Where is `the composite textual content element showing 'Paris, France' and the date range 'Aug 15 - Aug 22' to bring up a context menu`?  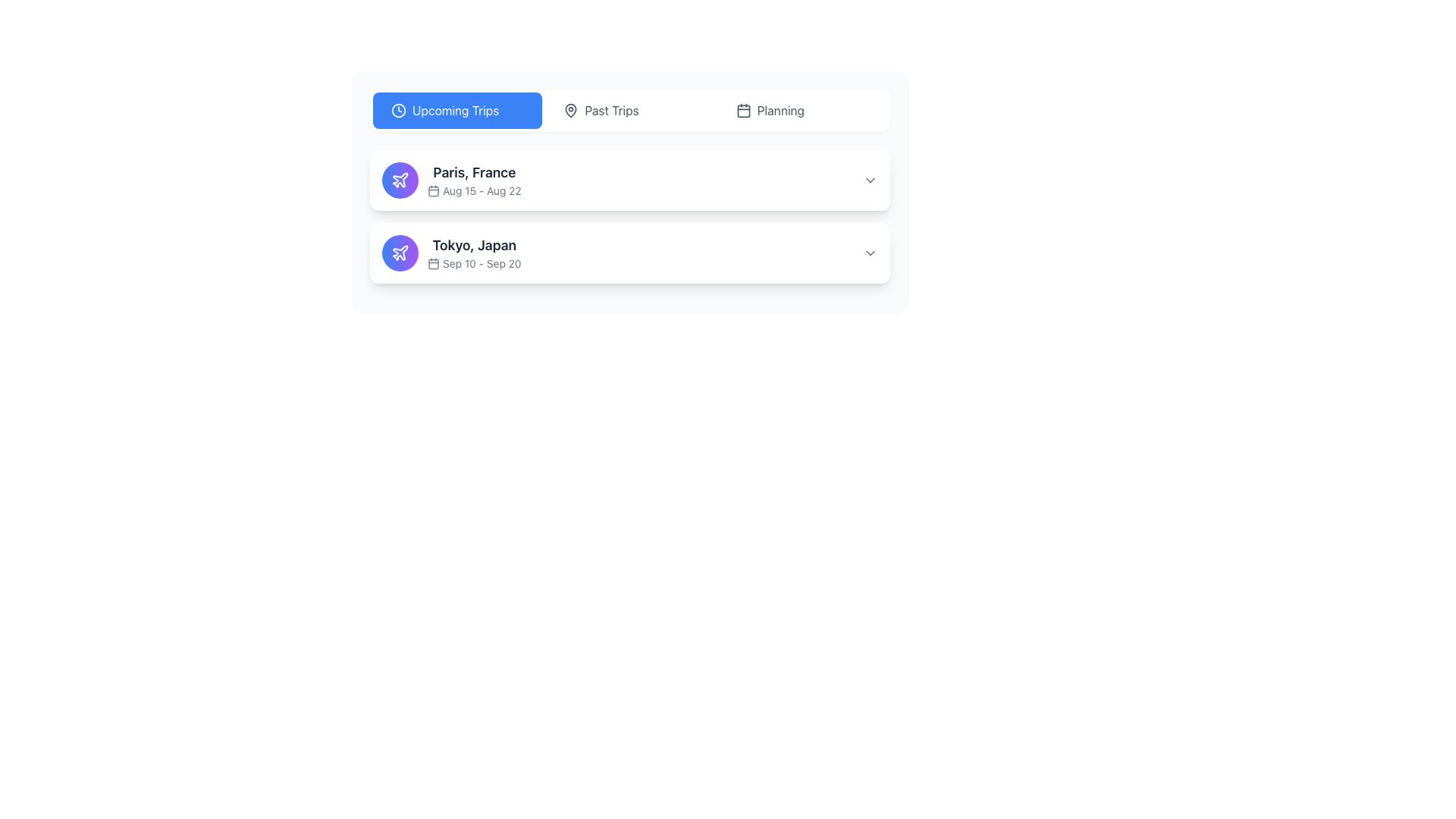
the composite textual content element showing 'Paris, France' and the date range 'Aug 15 - Aug 22' to bring up a context menu is located at coordinates (473, 180).